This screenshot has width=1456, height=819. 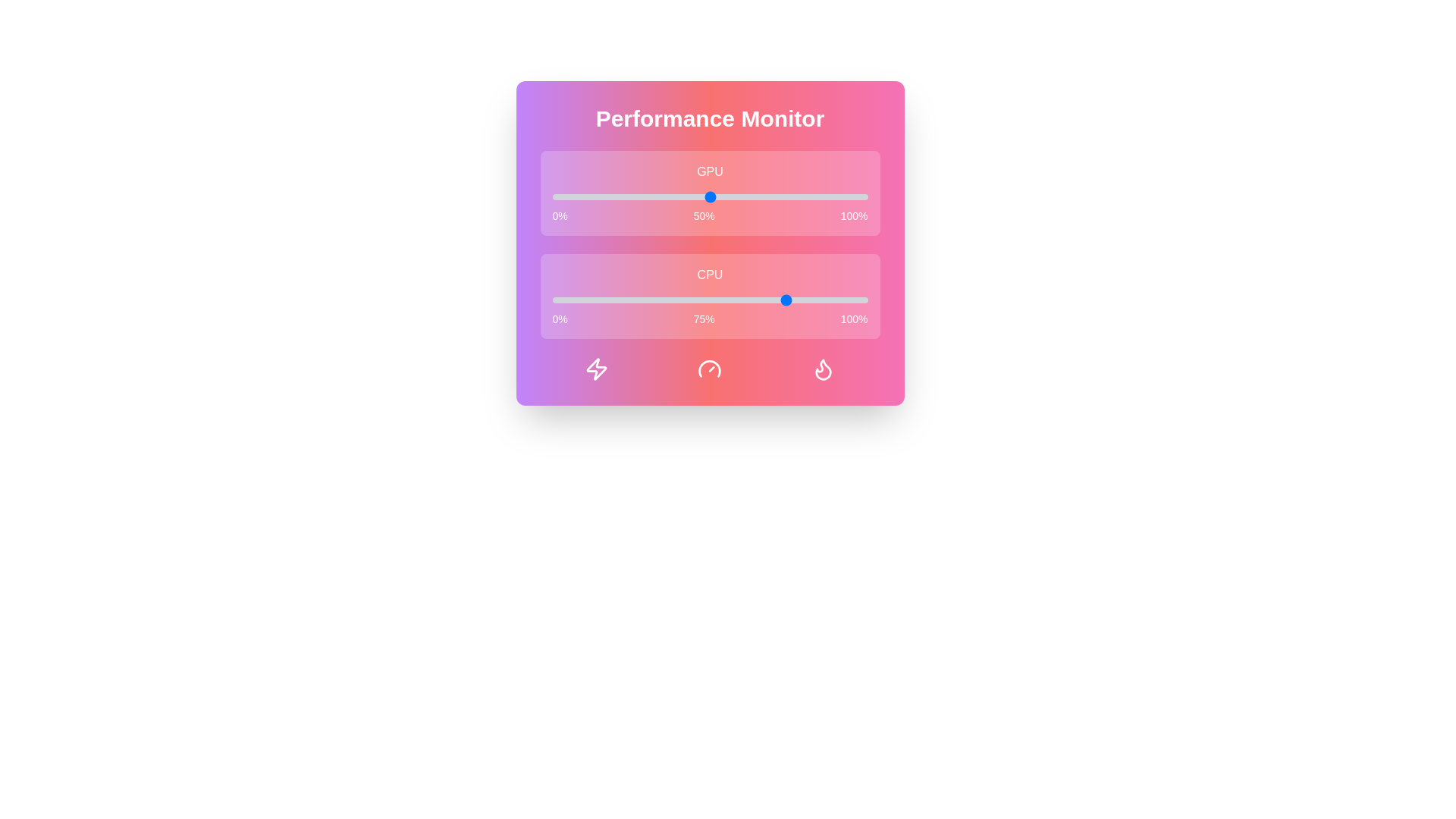 What do you see at coordinates (858, 300) in the screenshot?
I see `the CPU performance slider to 97%` at bounding box center [858, 300].